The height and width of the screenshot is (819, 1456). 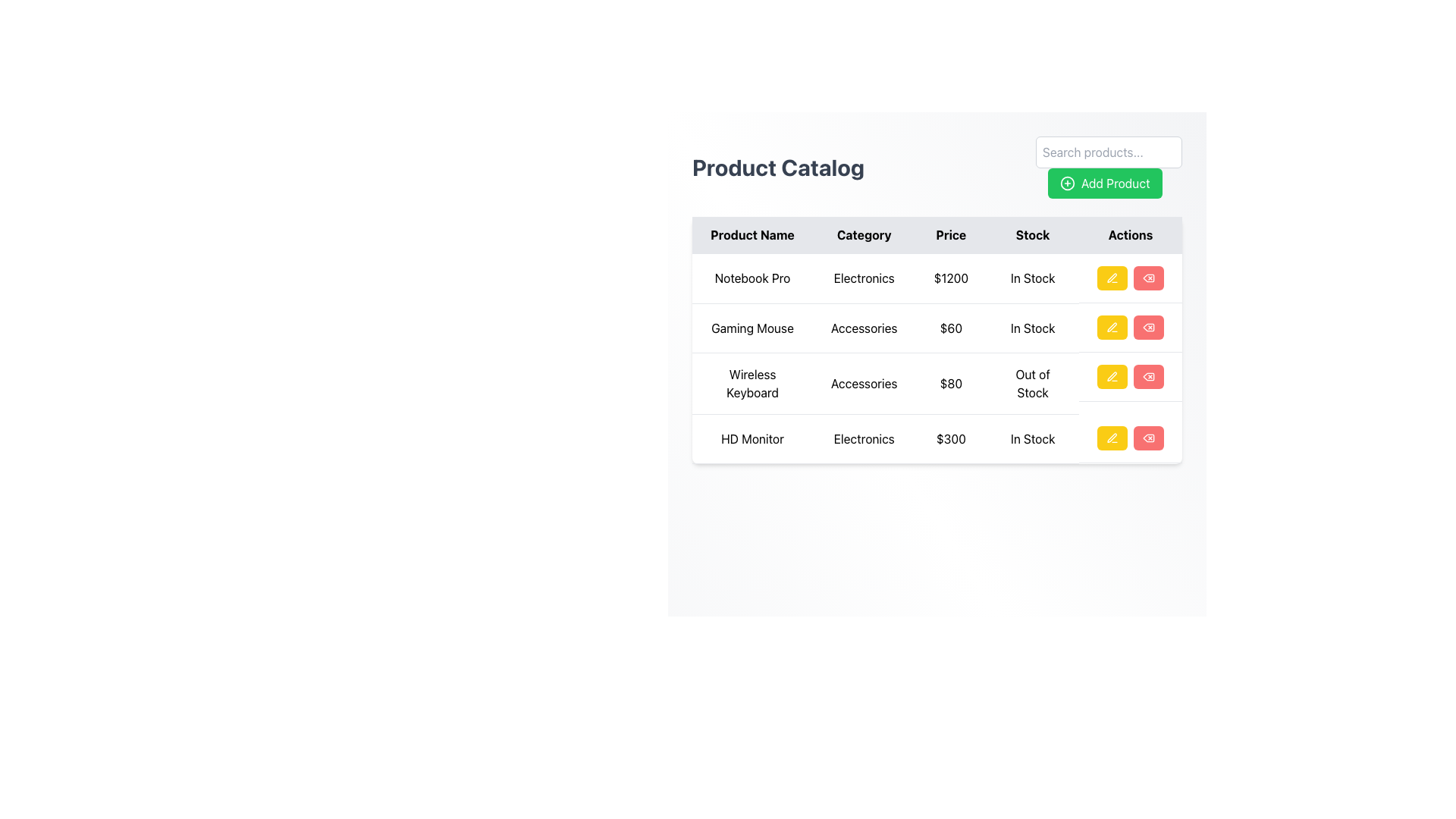 I want to click on text label indicating the stock status of the 'Wireless Keyboard' in the fourth column of the third row under the 'Stock' header, so click(x=1032, y=382).